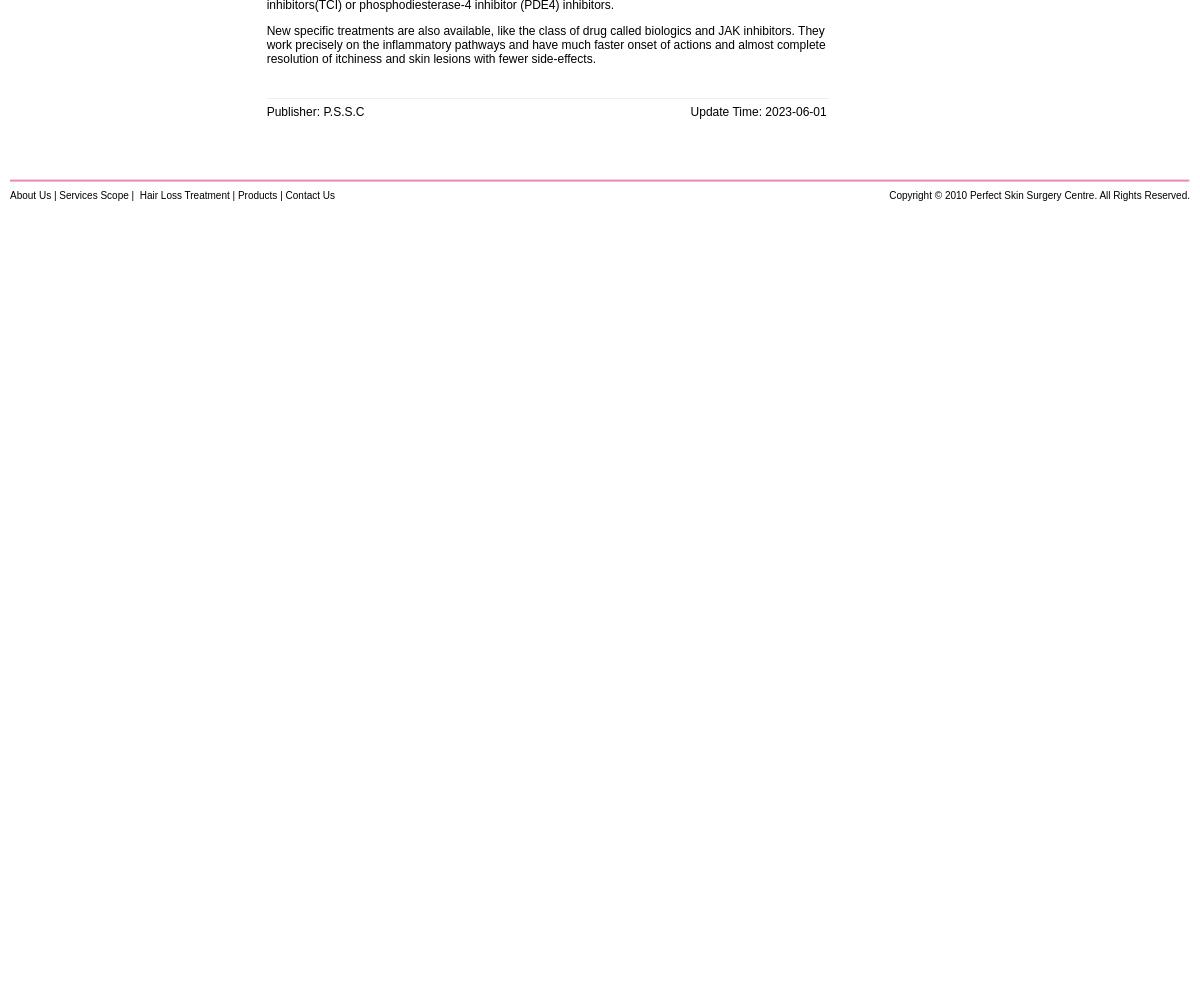 The width and height of the screenshot is (1200, 1000). What do you see at coordinates (59, 194) in the screenshot?
I see `'Services Scope'` at bounding box center [59, 194].